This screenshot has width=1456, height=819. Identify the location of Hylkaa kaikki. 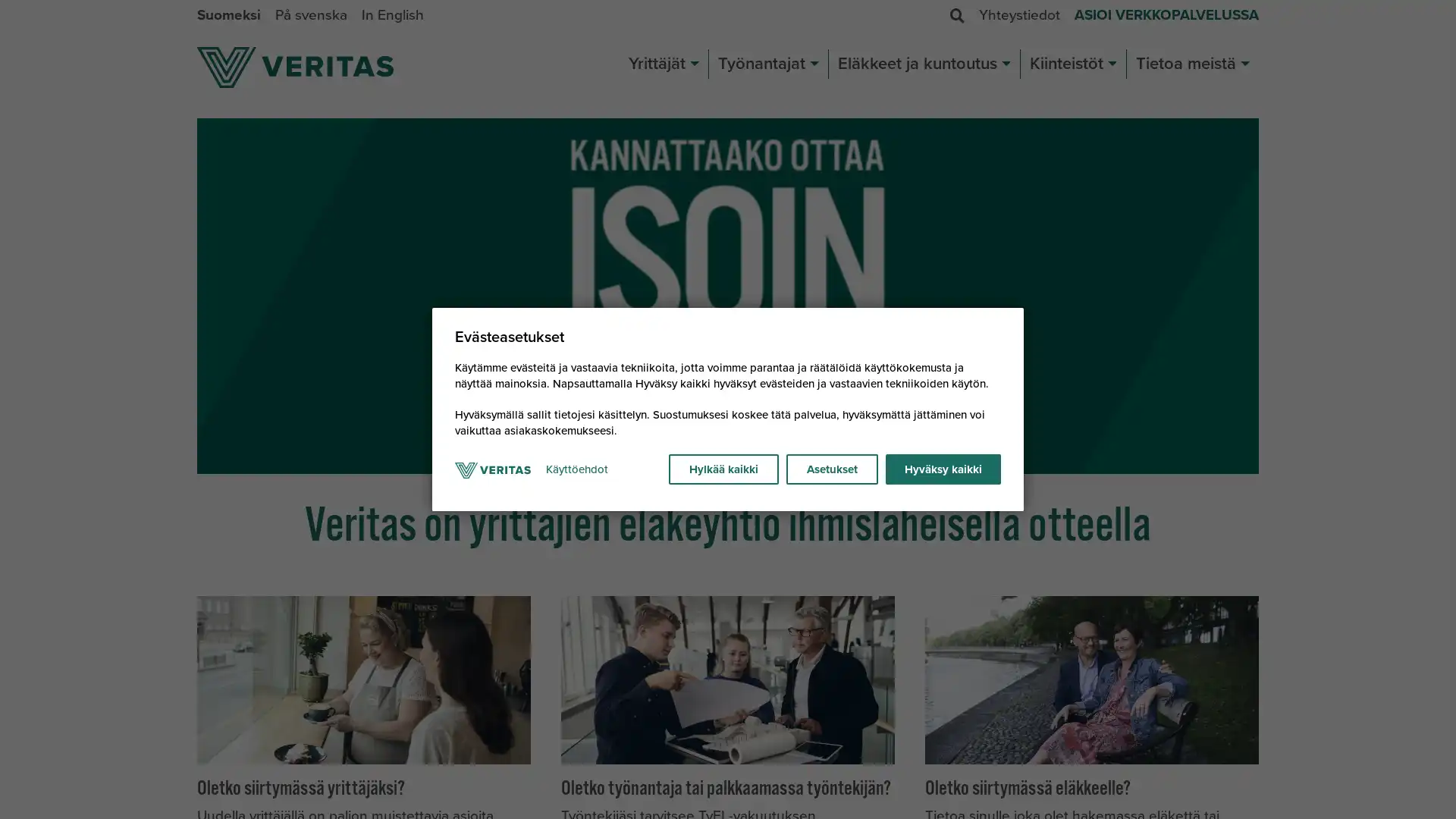
(723, 468).